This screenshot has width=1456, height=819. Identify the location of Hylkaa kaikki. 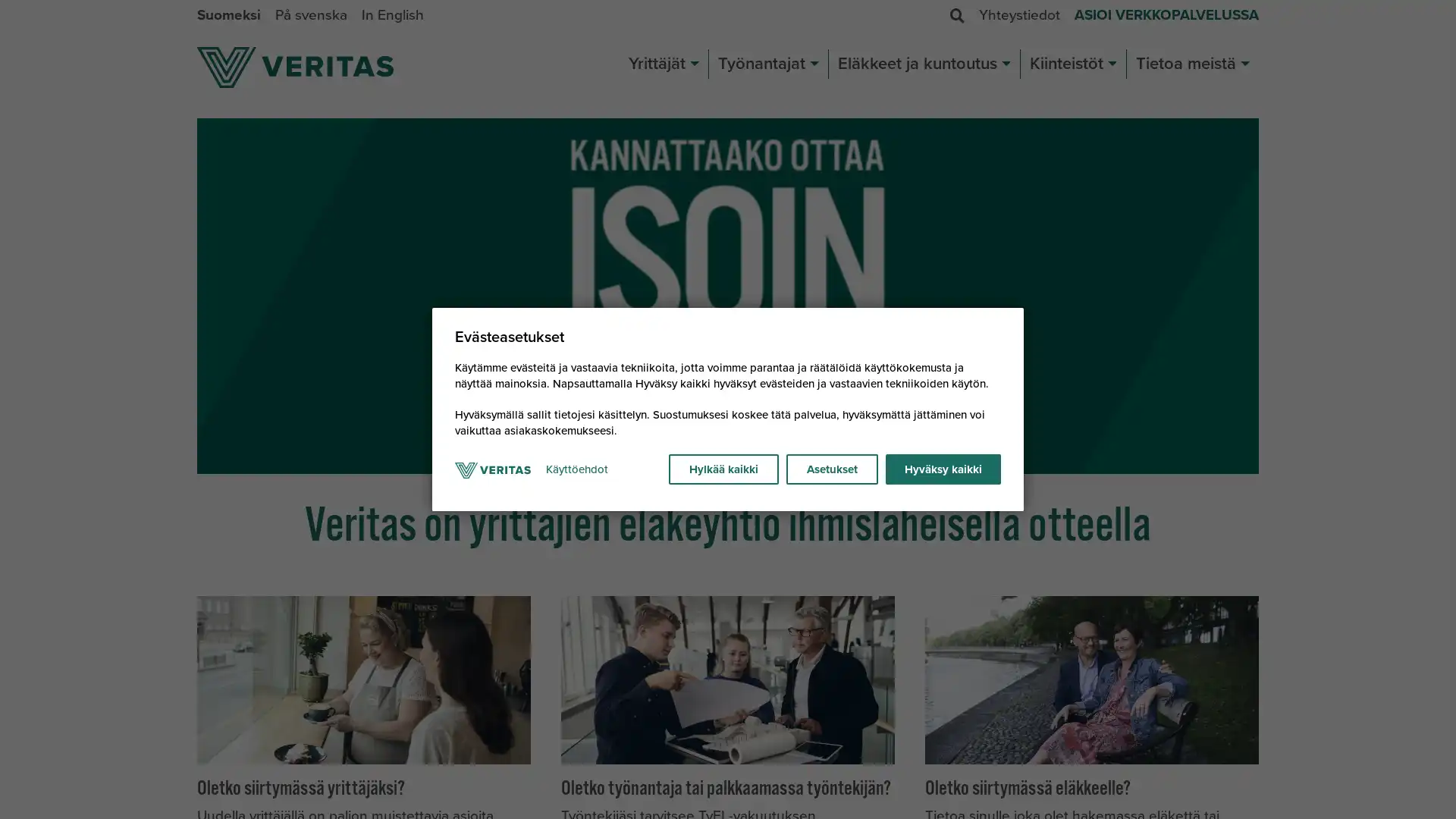
(723, 468).